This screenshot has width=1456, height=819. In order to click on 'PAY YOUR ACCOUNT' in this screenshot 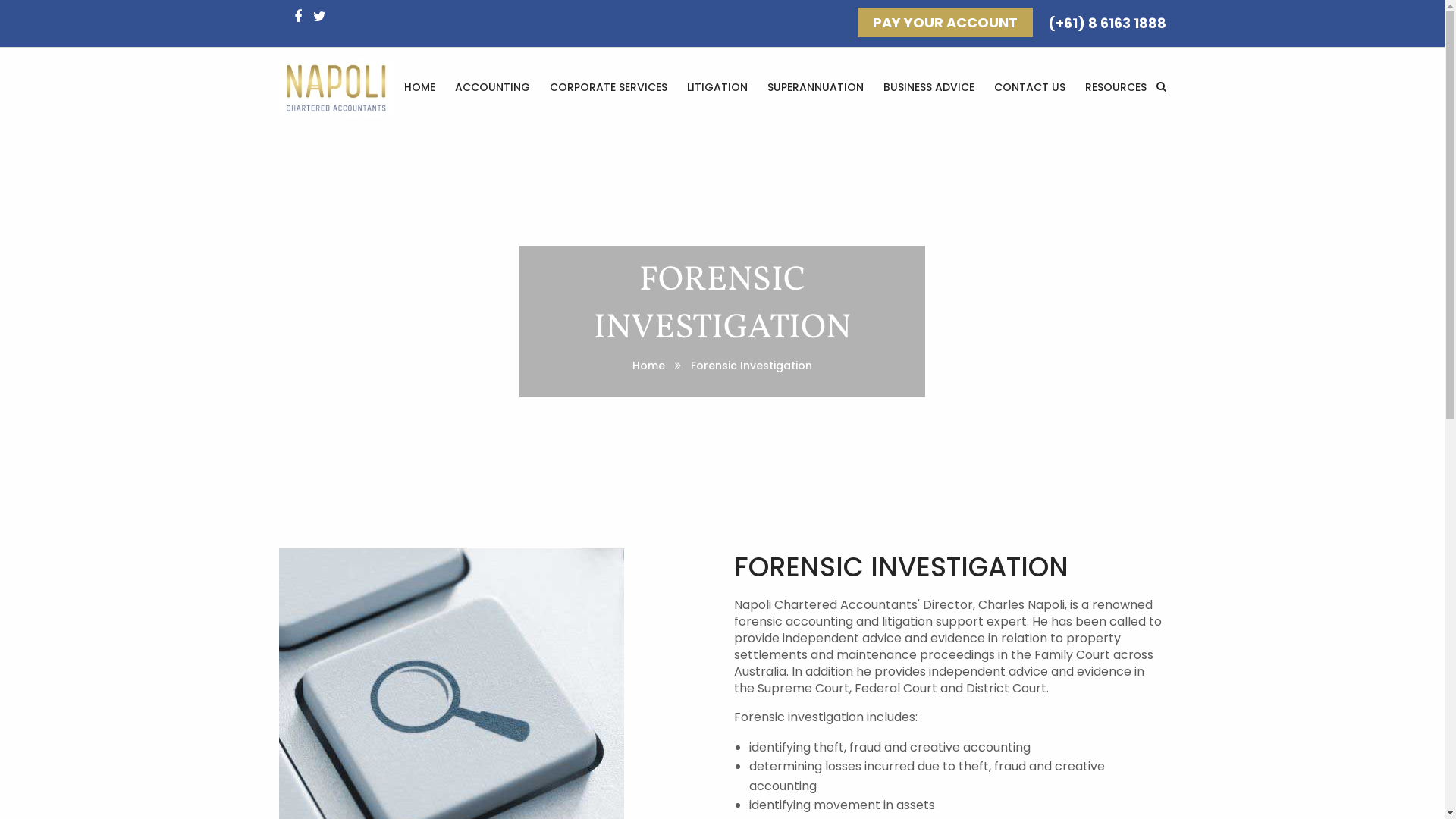, I will do `click(943, 22)`.